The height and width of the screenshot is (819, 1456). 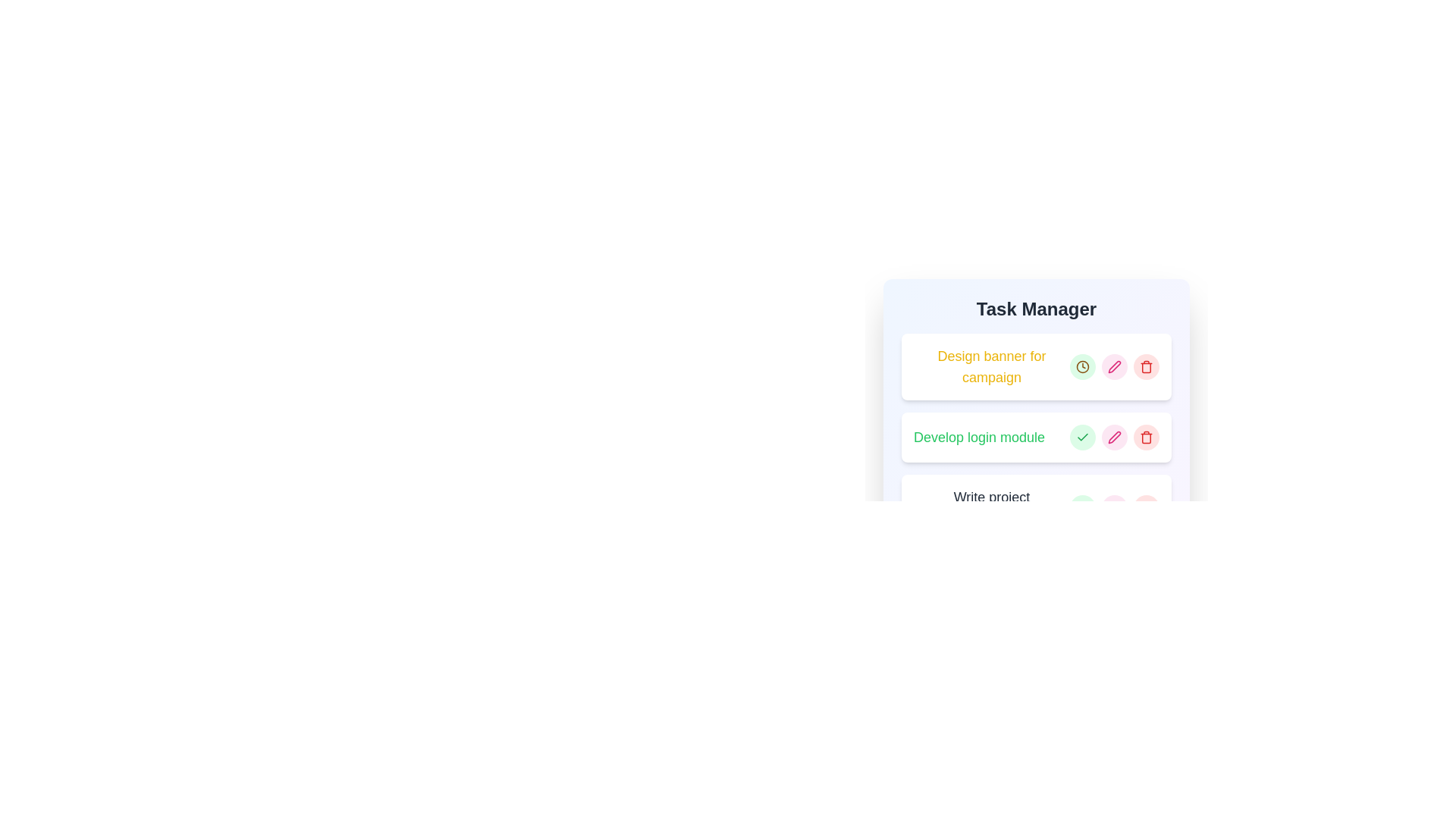 What do you see at coordinates (1147, 366) in the screenshot?
I see `the delete button, which is the third circular button in the group of similar buttons` at bounding box center [1147, 366].